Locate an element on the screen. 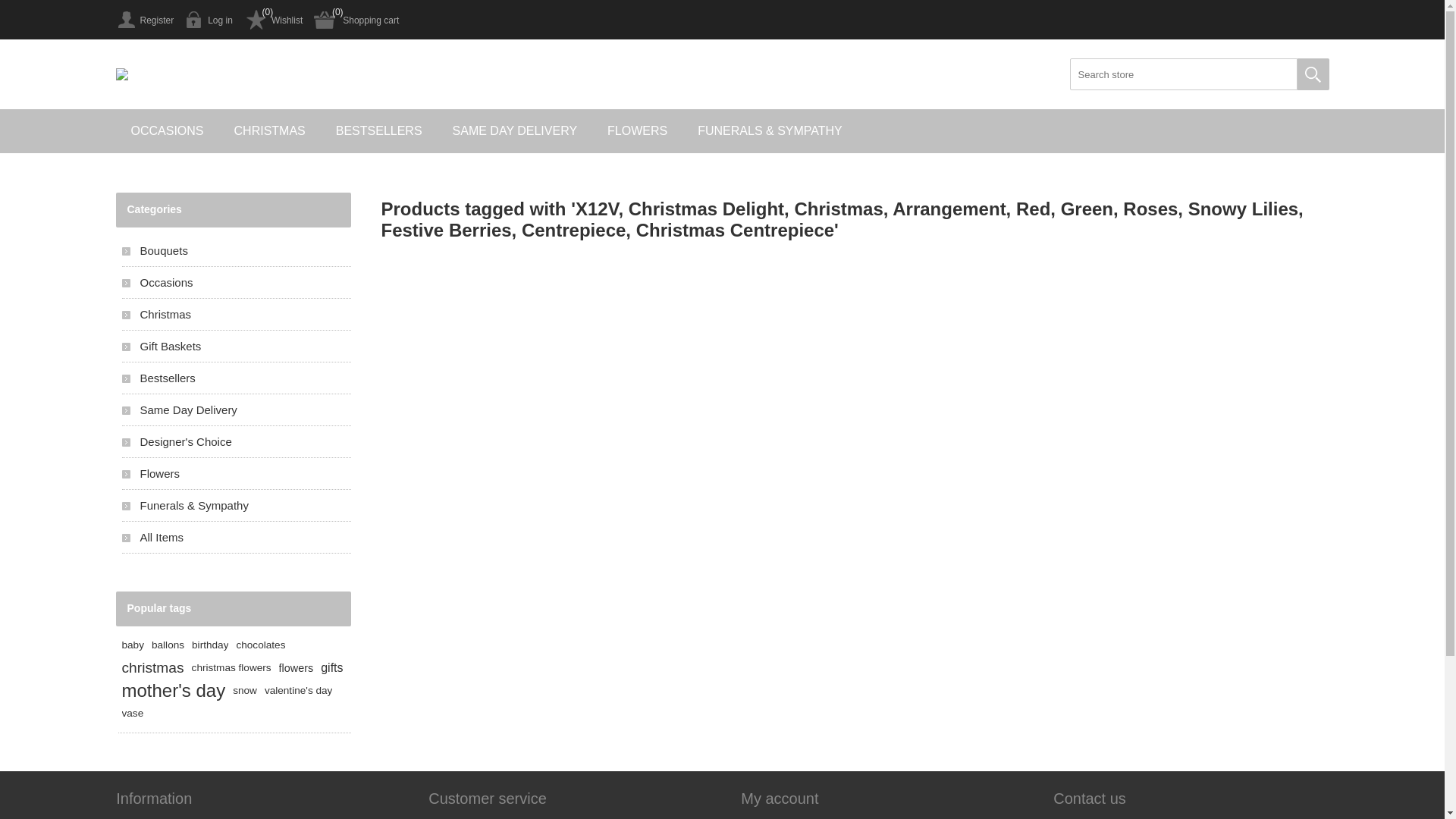  'SAME DAY DELIVERY' is located at coordinates (515, 130).